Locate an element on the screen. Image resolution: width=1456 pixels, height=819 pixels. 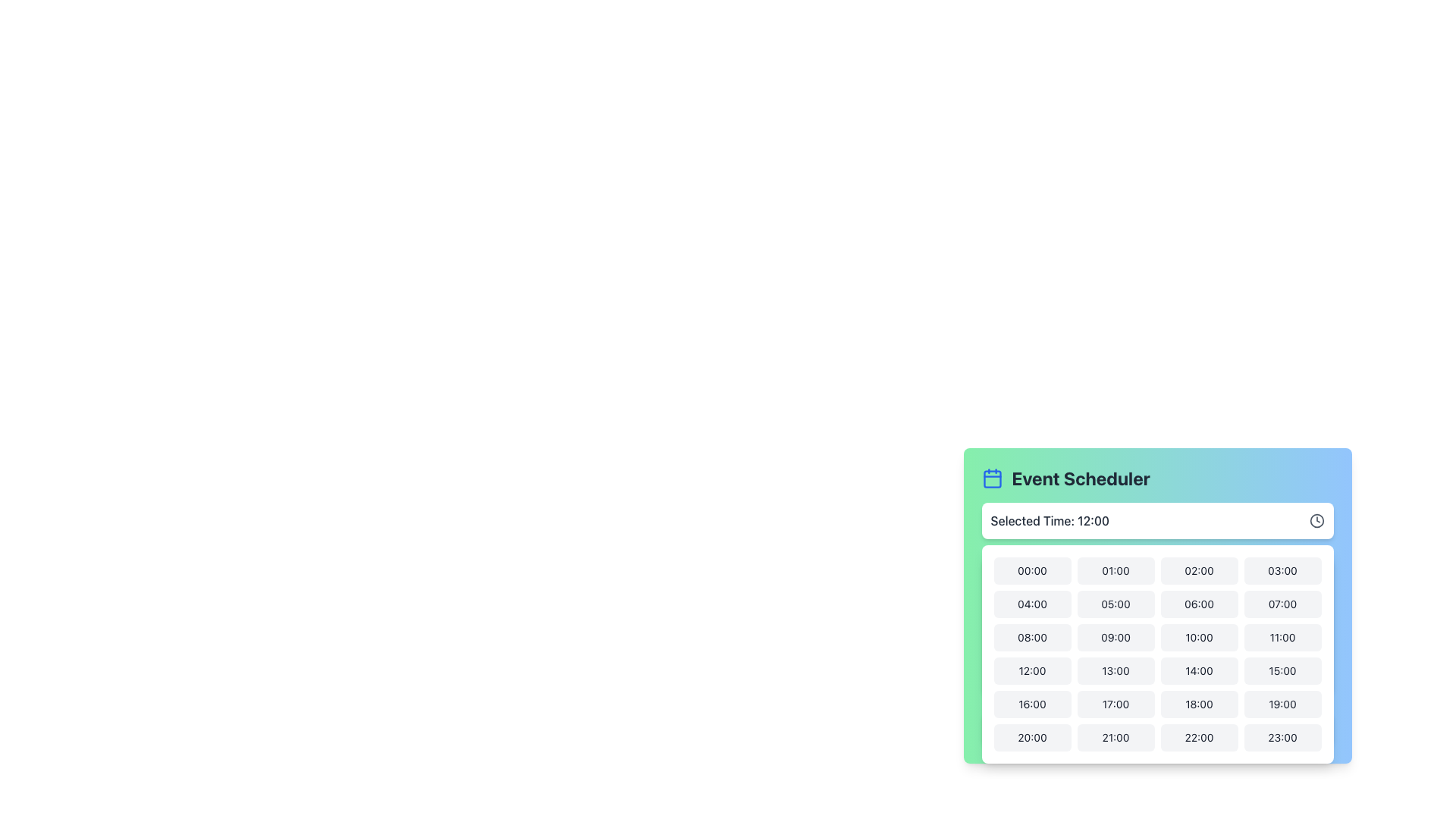
the button for selecting the time '01:00' in the 'Event Scheduler' interface is located at coordinates (1116, 570).